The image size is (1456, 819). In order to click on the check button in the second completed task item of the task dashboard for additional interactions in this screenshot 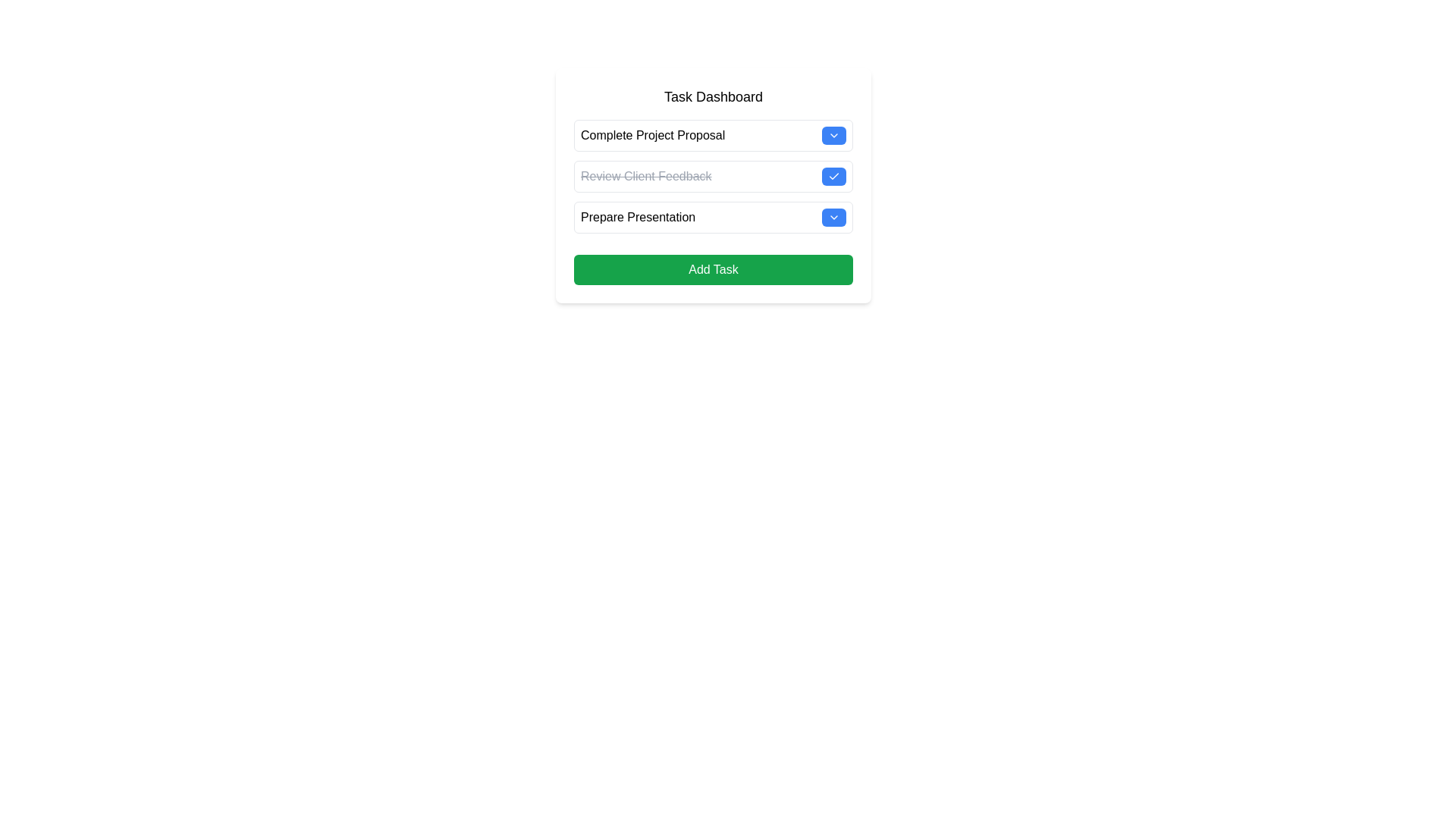, I will do `click(712, 185)`.